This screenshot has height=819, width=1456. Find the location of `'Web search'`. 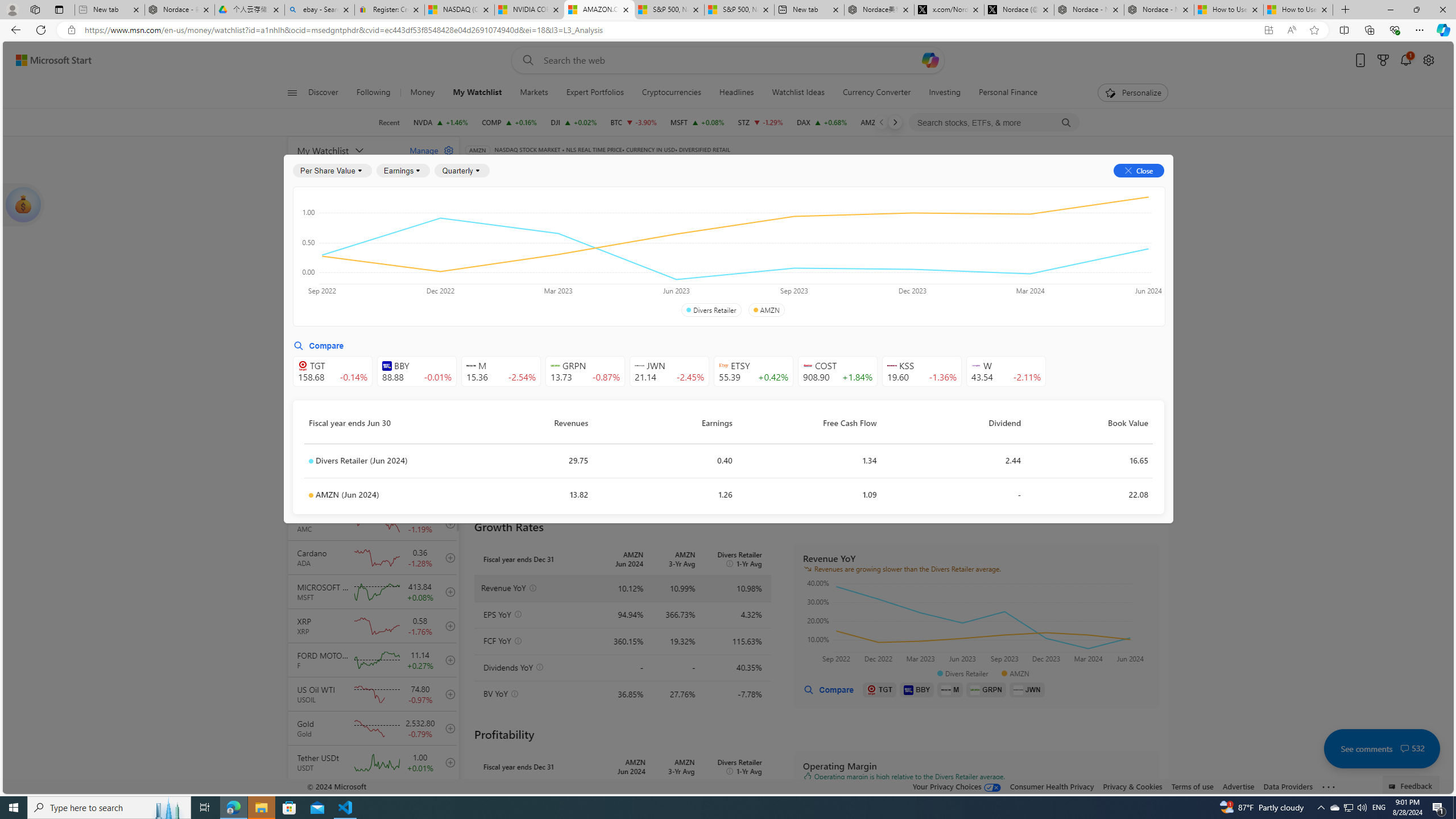

'Web search' is located at coordinates (526, 60).